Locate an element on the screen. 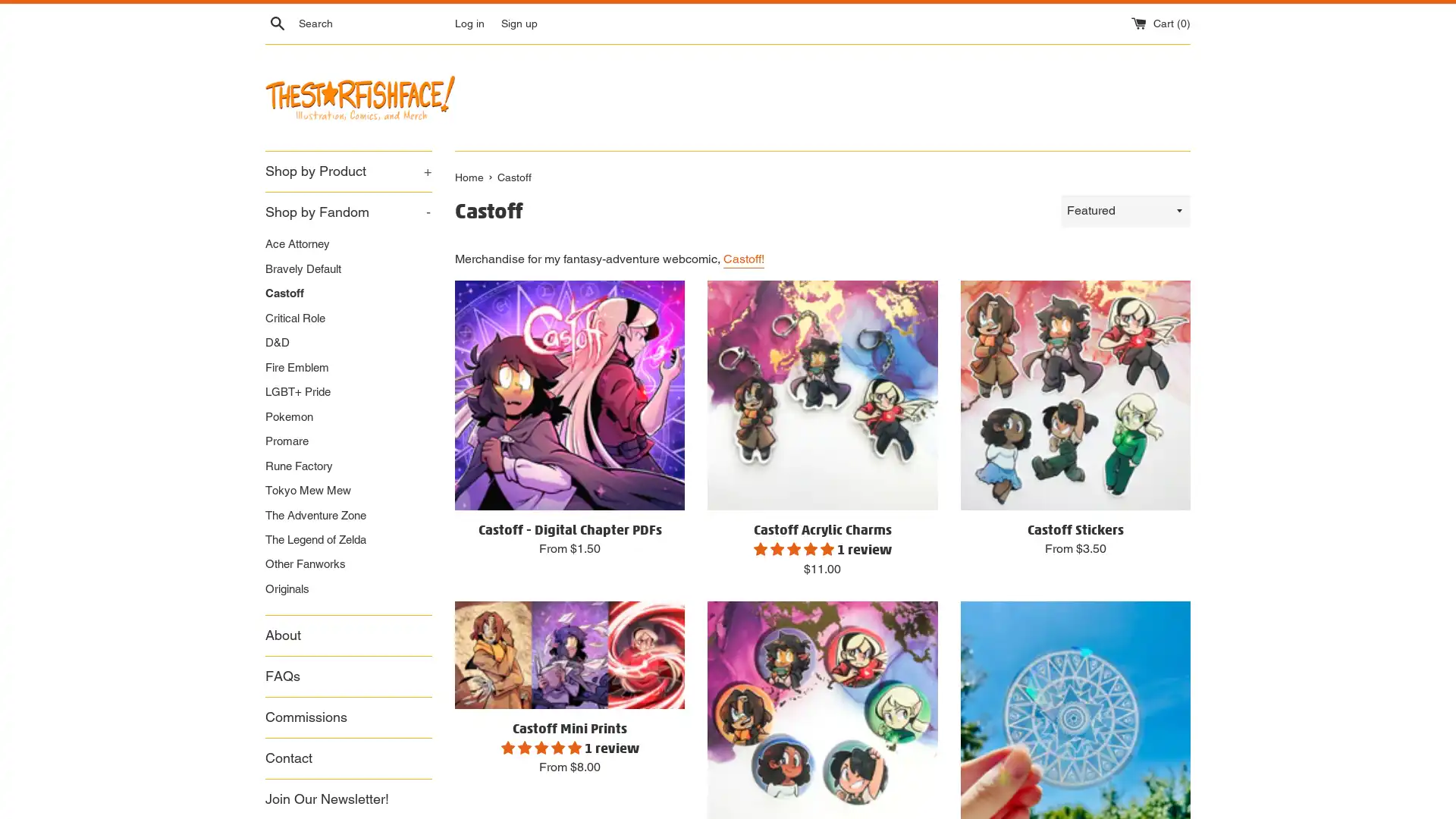  Shop by Fandom is located at coordinates (348, 212).